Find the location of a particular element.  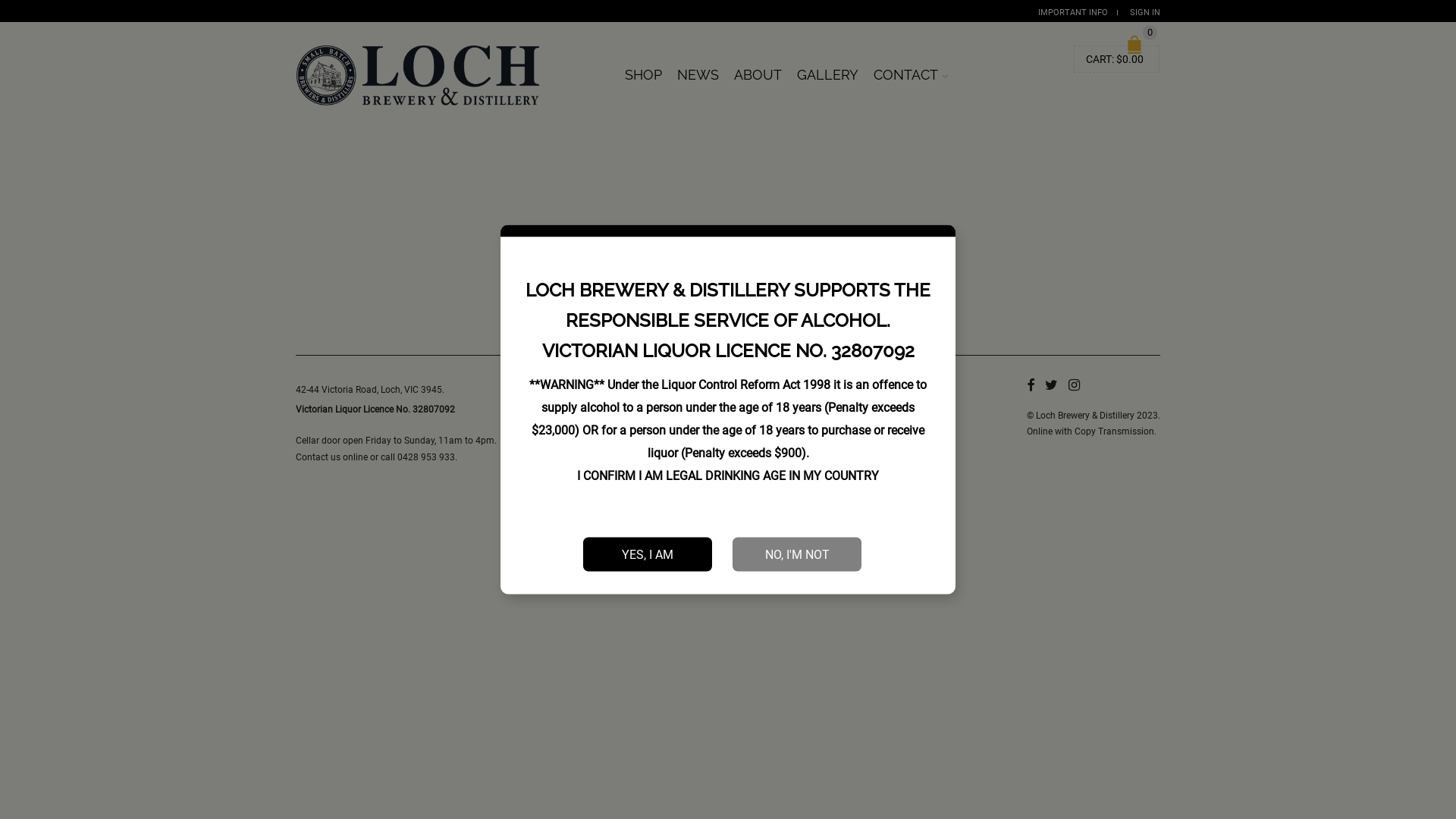

'BOOKINGS' is located at coordinates (962, 67).